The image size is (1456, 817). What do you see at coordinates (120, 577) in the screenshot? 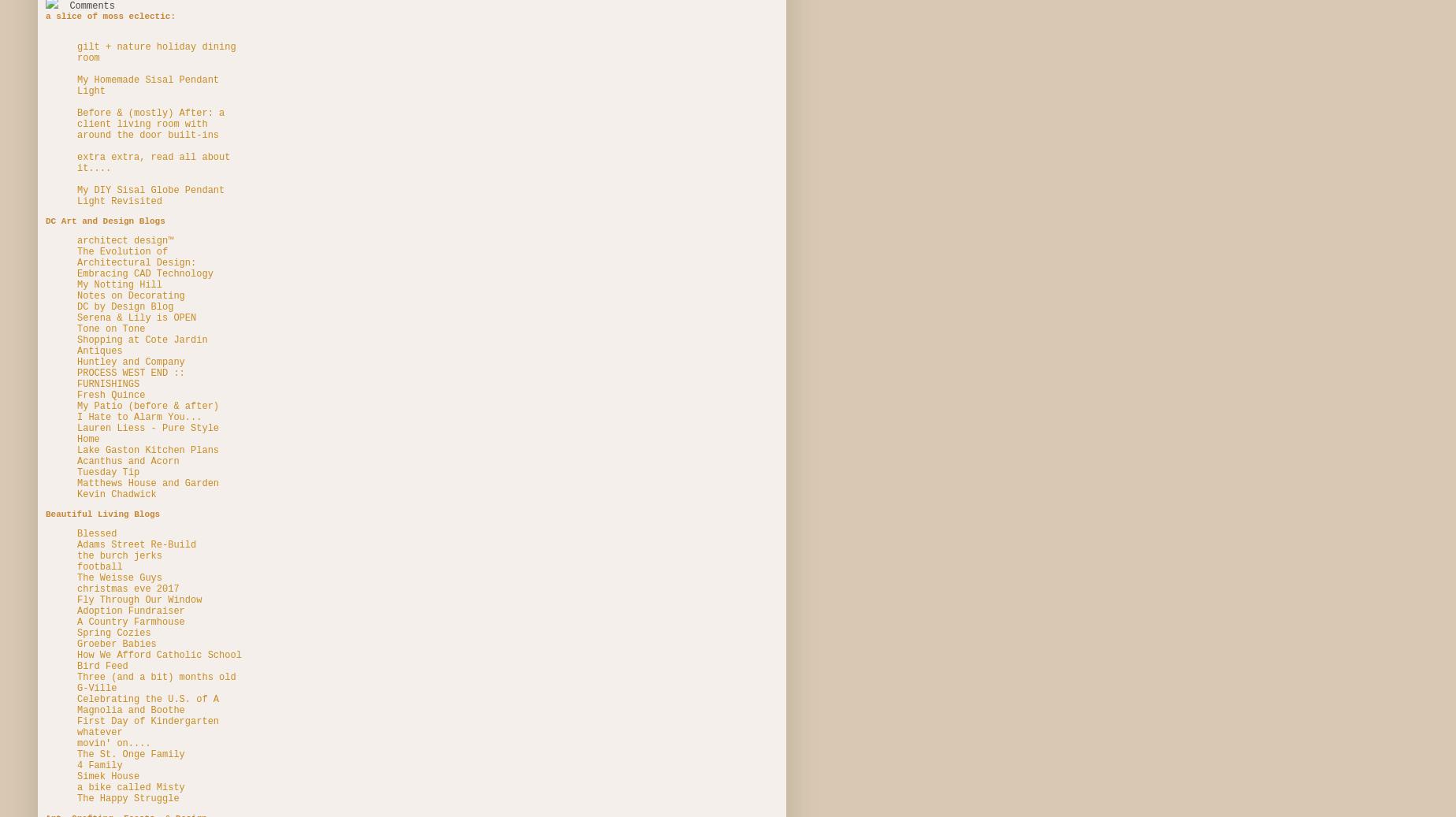
I see `'The Weisse Guys'` at bounding box center [120, 577].